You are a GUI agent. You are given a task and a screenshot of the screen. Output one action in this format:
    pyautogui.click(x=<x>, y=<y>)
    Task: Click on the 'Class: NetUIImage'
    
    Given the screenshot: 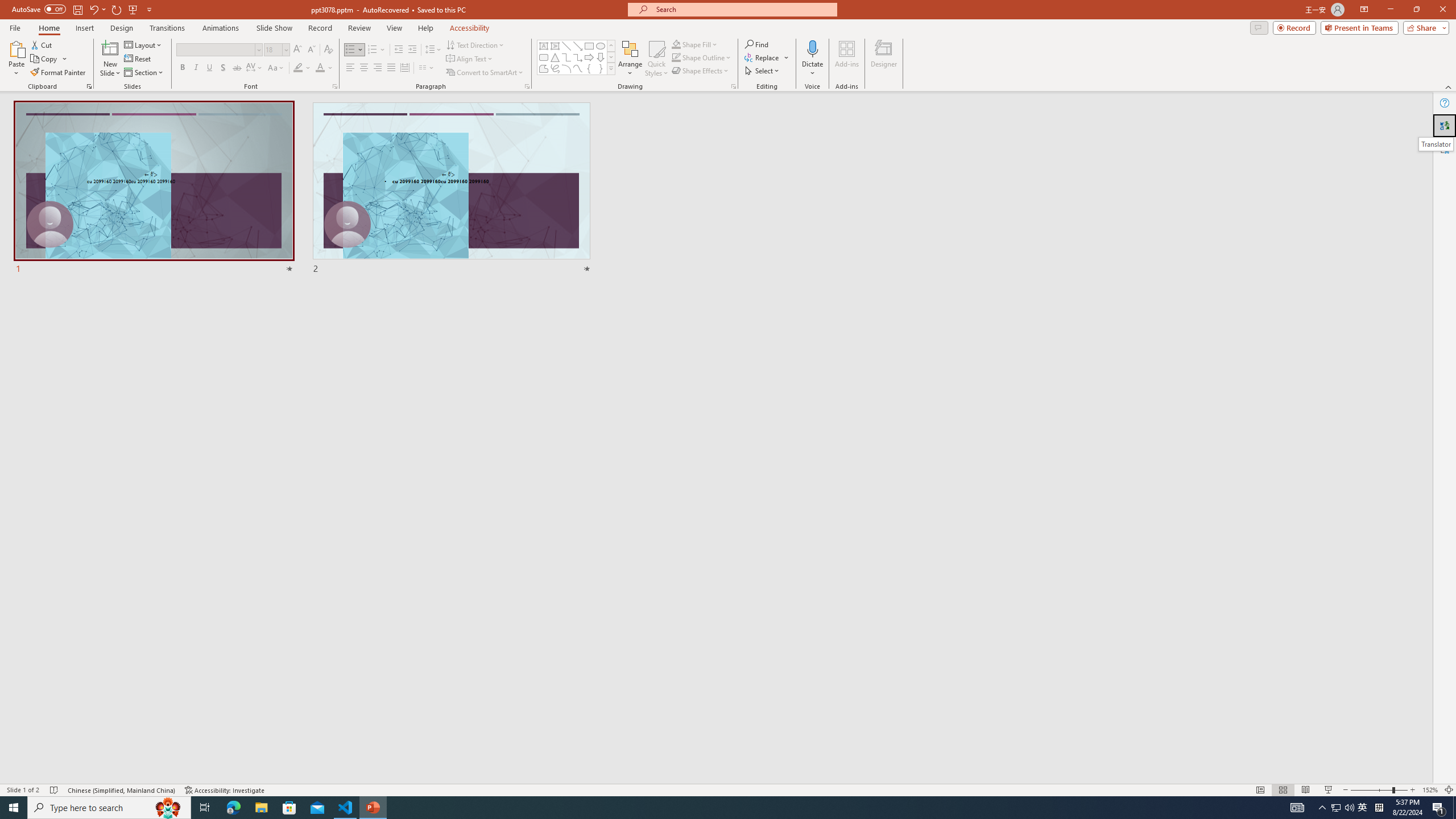 What is the action you would take?
    pyautogui.click(x=610, y=68)
    